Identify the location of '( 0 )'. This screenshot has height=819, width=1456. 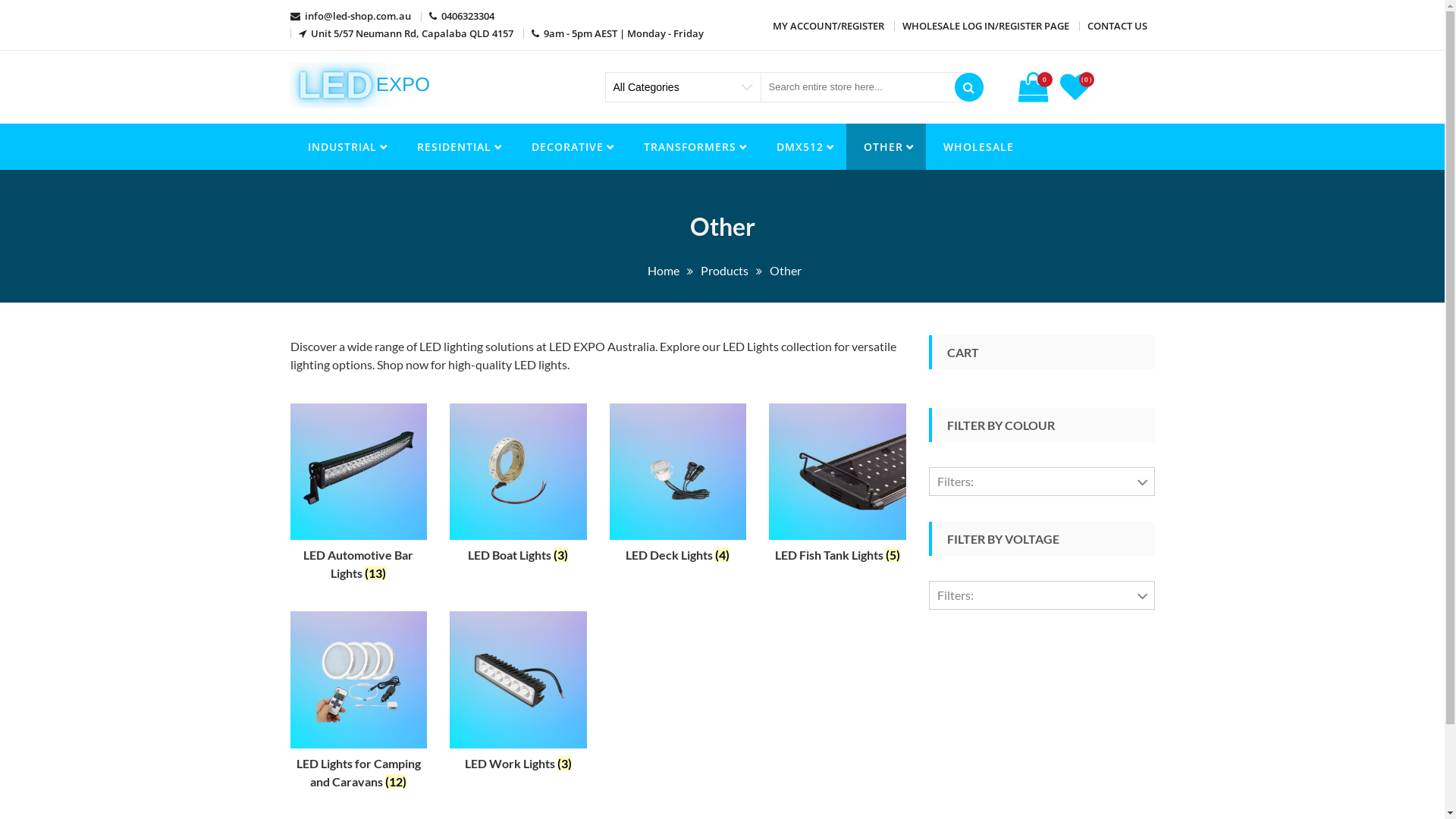
(1076, 93).